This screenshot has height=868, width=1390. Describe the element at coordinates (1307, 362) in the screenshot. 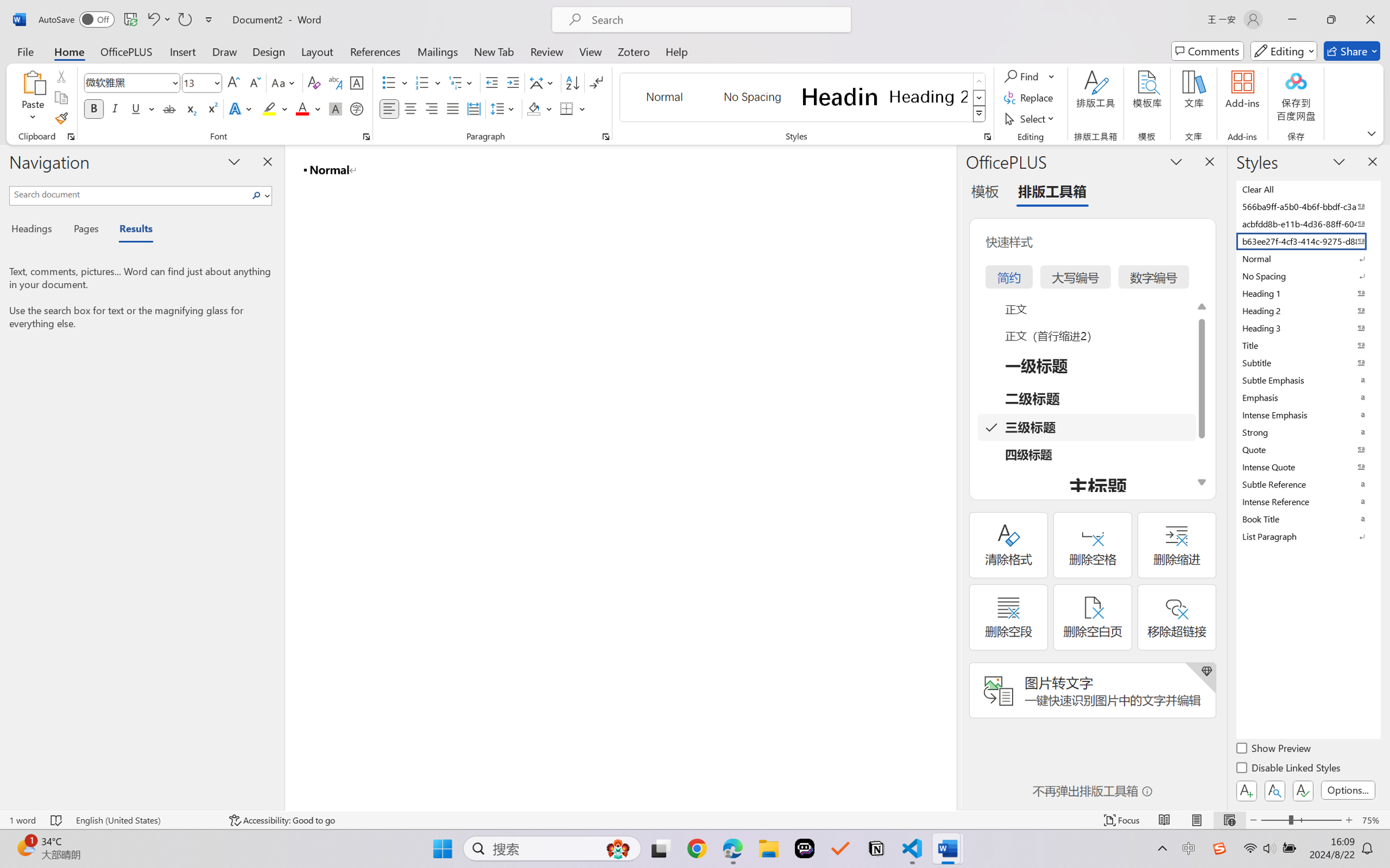

I see `'Subtitle'` at that location.